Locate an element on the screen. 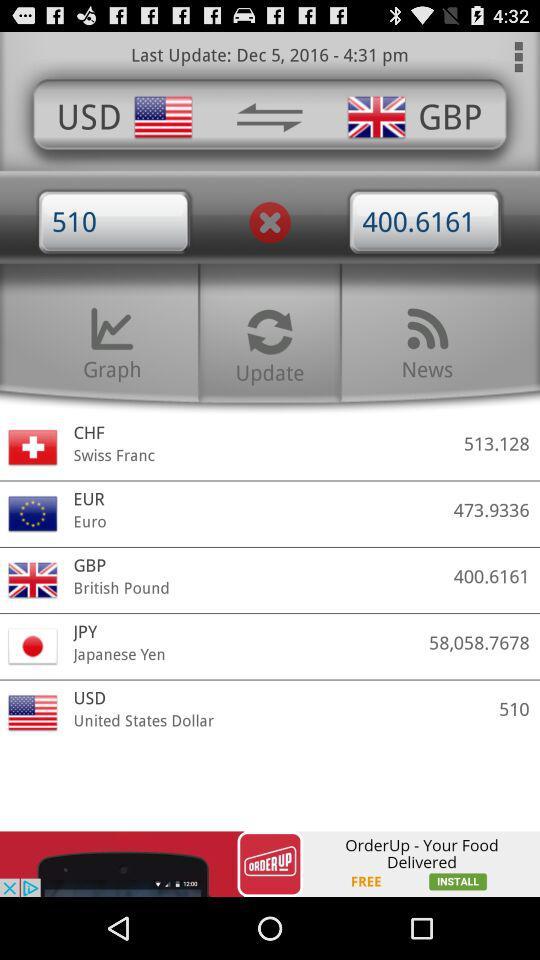 The width and height of the screenshot is (540, 960). dada is located at coordinates (269, 117).